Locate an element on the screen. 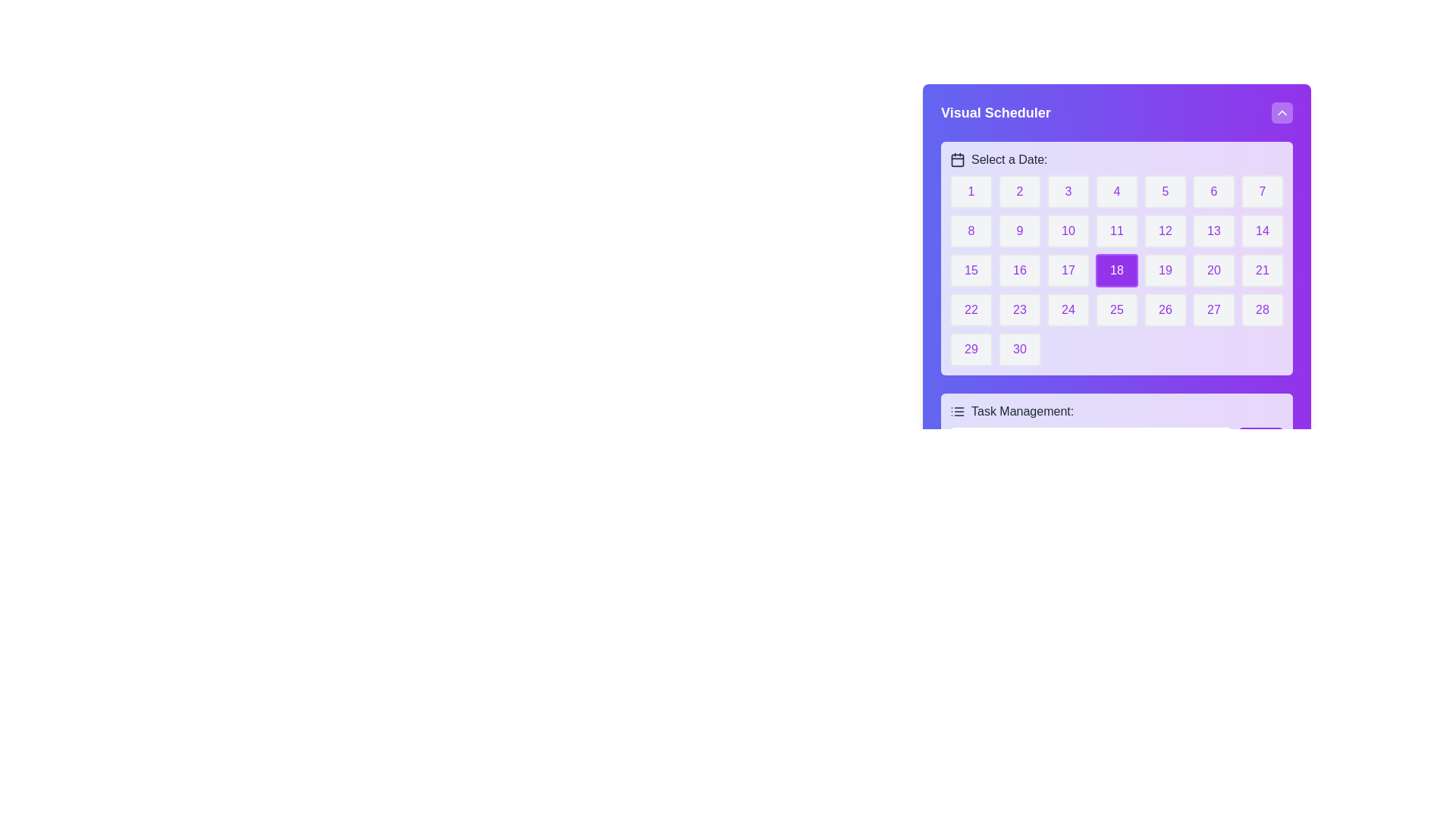 This screenshot has height=819, width=1456. the button displaying '23', which is a rounded rectangle with a light background and a purple border, using keyboard navigation is located at coordinates (1019, 309).